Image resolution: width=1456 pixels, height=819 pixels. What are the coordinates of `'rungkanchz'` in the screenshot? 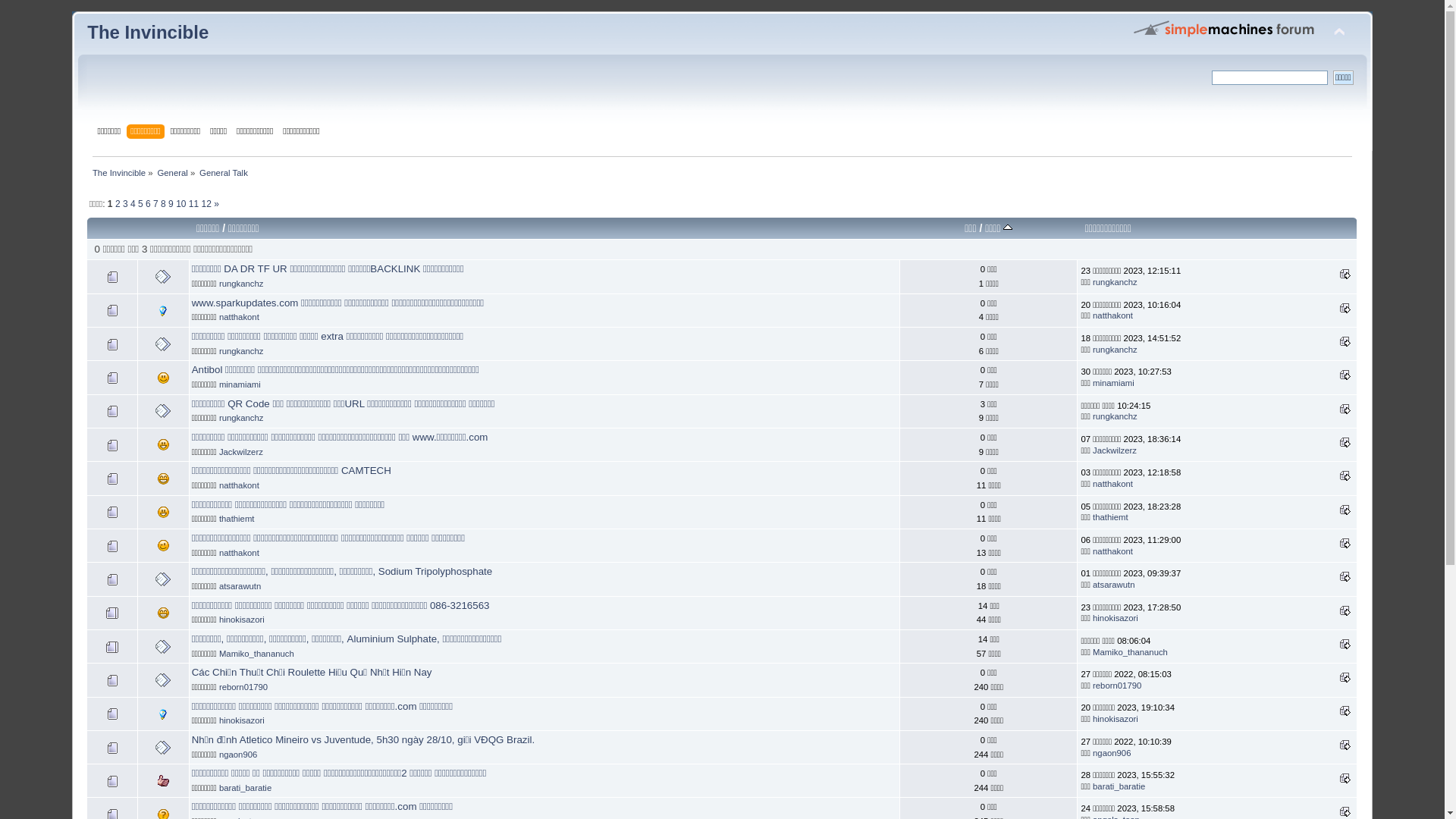 It's located at (240, 350).